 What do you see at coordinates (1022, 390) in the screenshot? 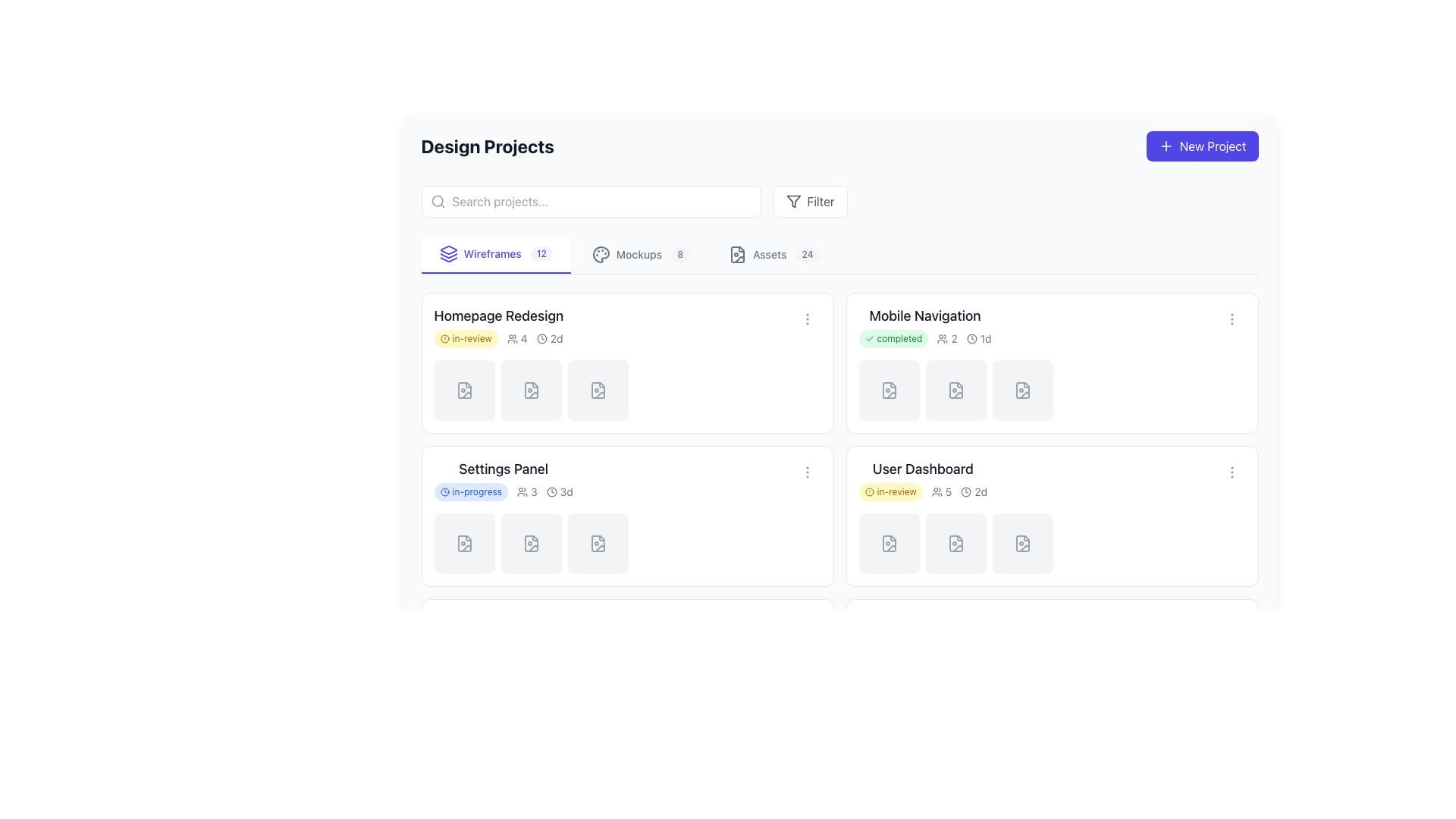
I see `the image file icon located in the second slot of the 'Mobile Navigation' card` at bounding box center [1022, 390].